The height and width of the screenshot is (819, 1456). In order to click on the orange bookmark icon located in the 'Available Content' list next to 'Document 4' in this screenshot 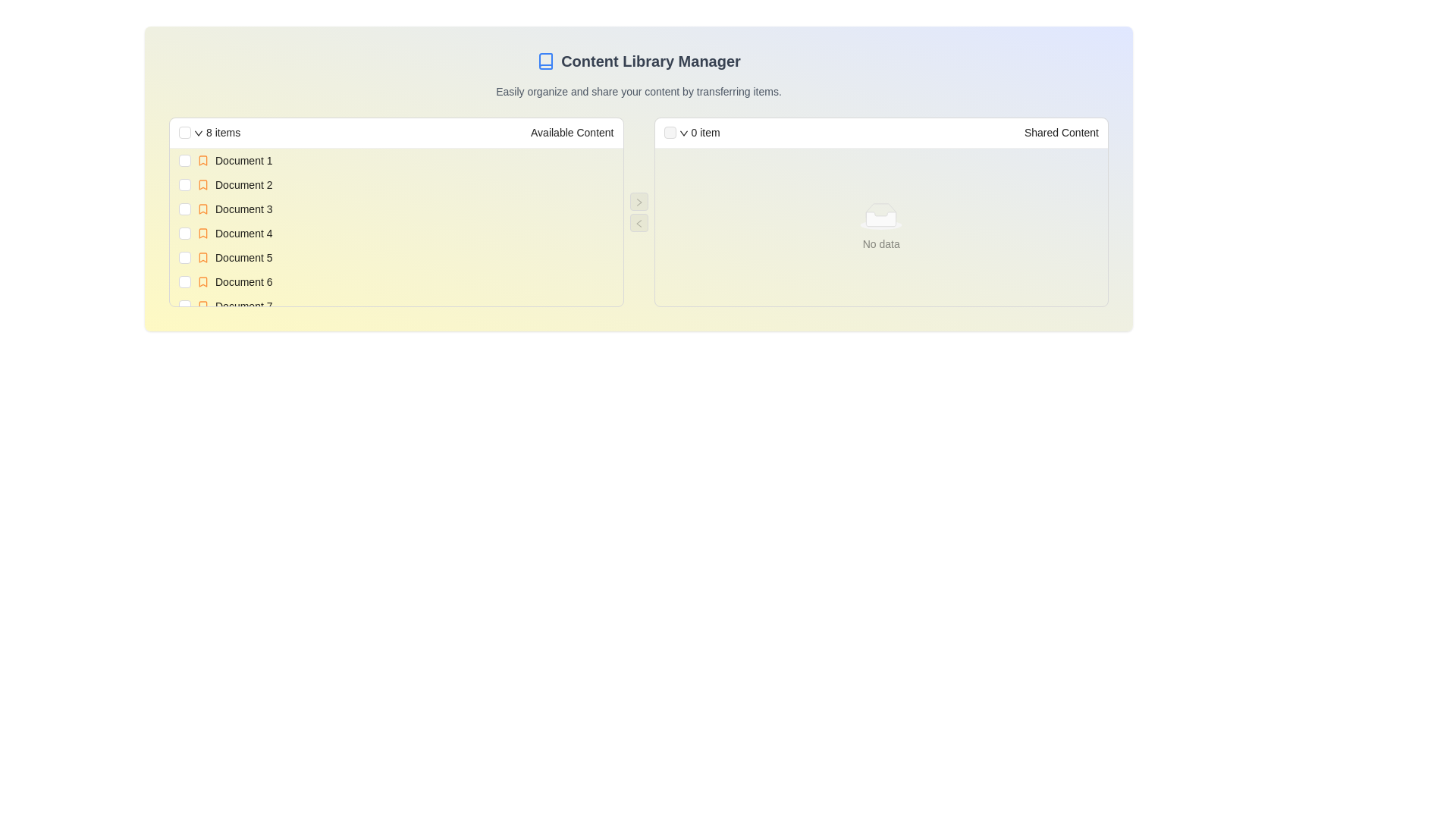, I will do `click(202, 234)`.